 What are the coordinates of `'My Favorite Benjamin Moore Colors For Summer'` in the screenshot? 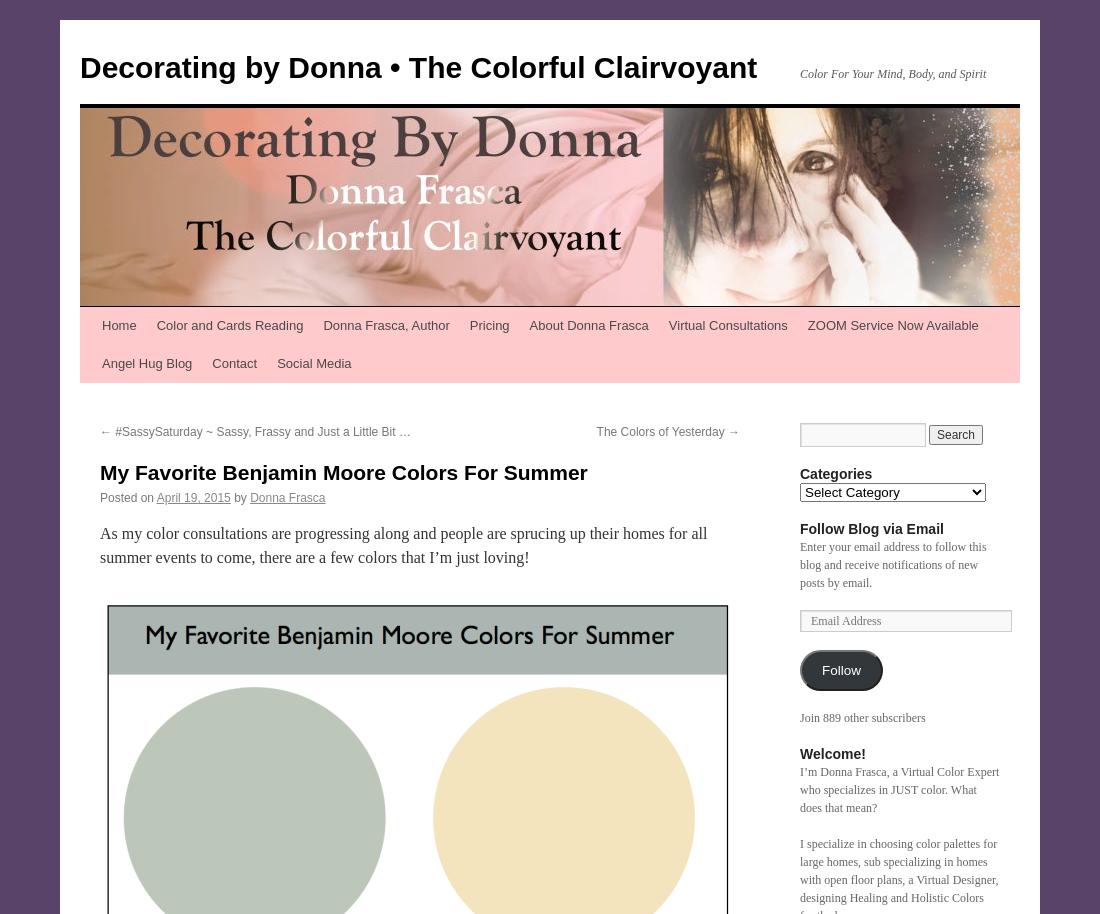 It's located at (99, 472).